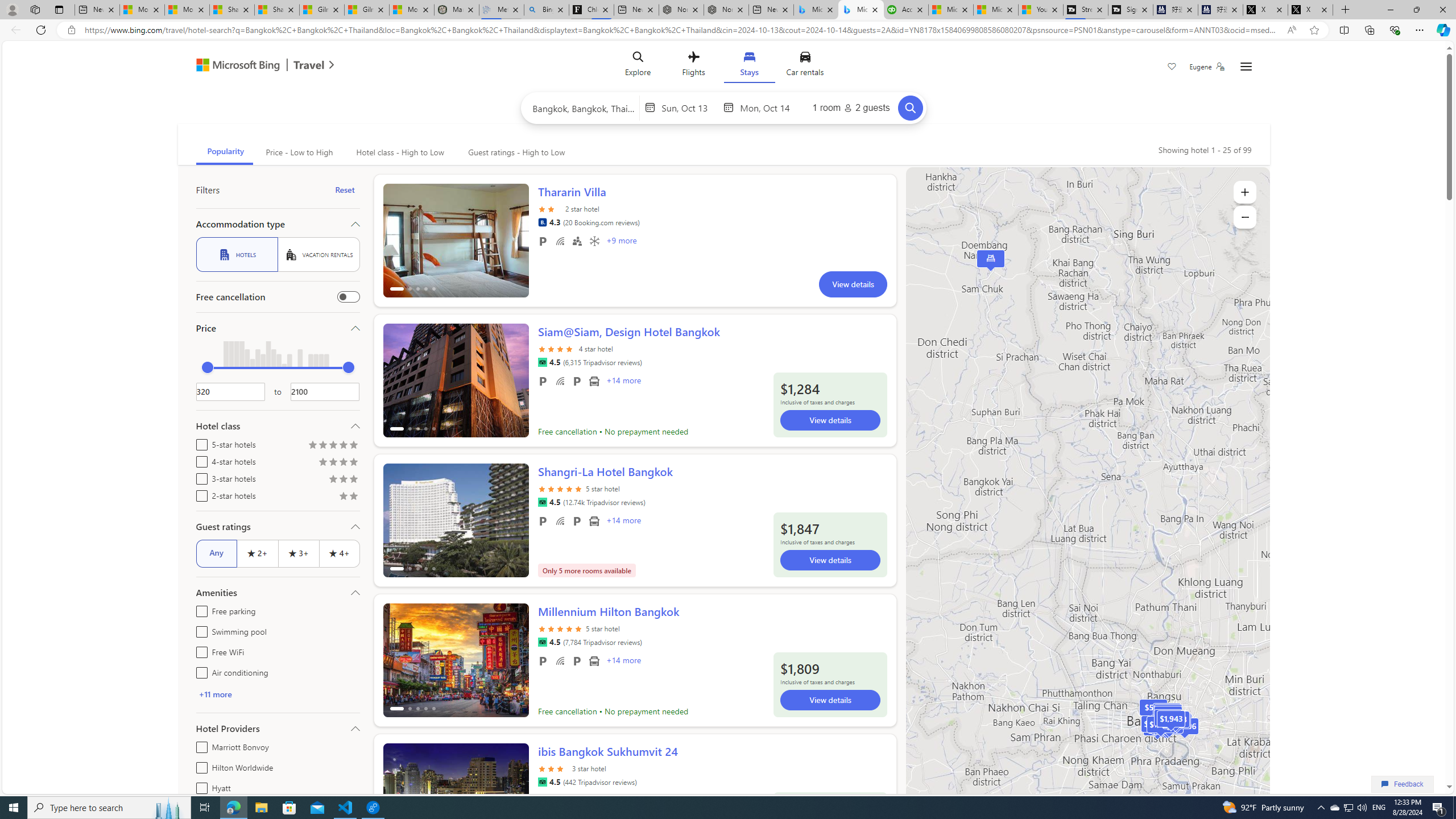 This screenshot has height=819, width=1456. Describe the element at coordinates (591, 9) in the screenshot. I see `'Chloe Sorvino'` at that location.